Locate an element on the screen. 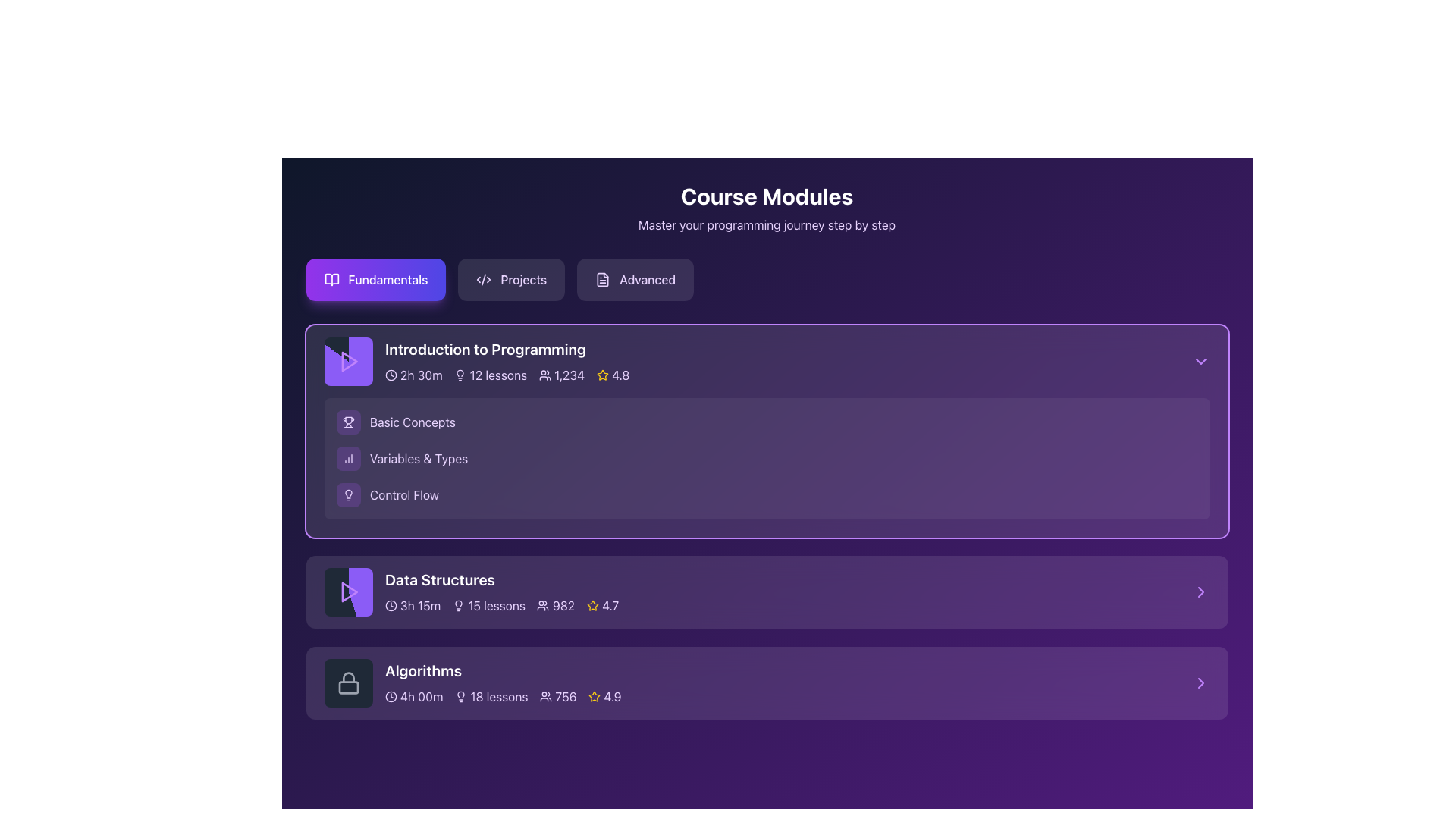 This screenshot has width=1456, height=819. the circular button with a gradient purple background and a play icon, located to the left of the 'Introduction to Programming' text, to trigger potential animation or tooltip is located at coordinates (347, 362).